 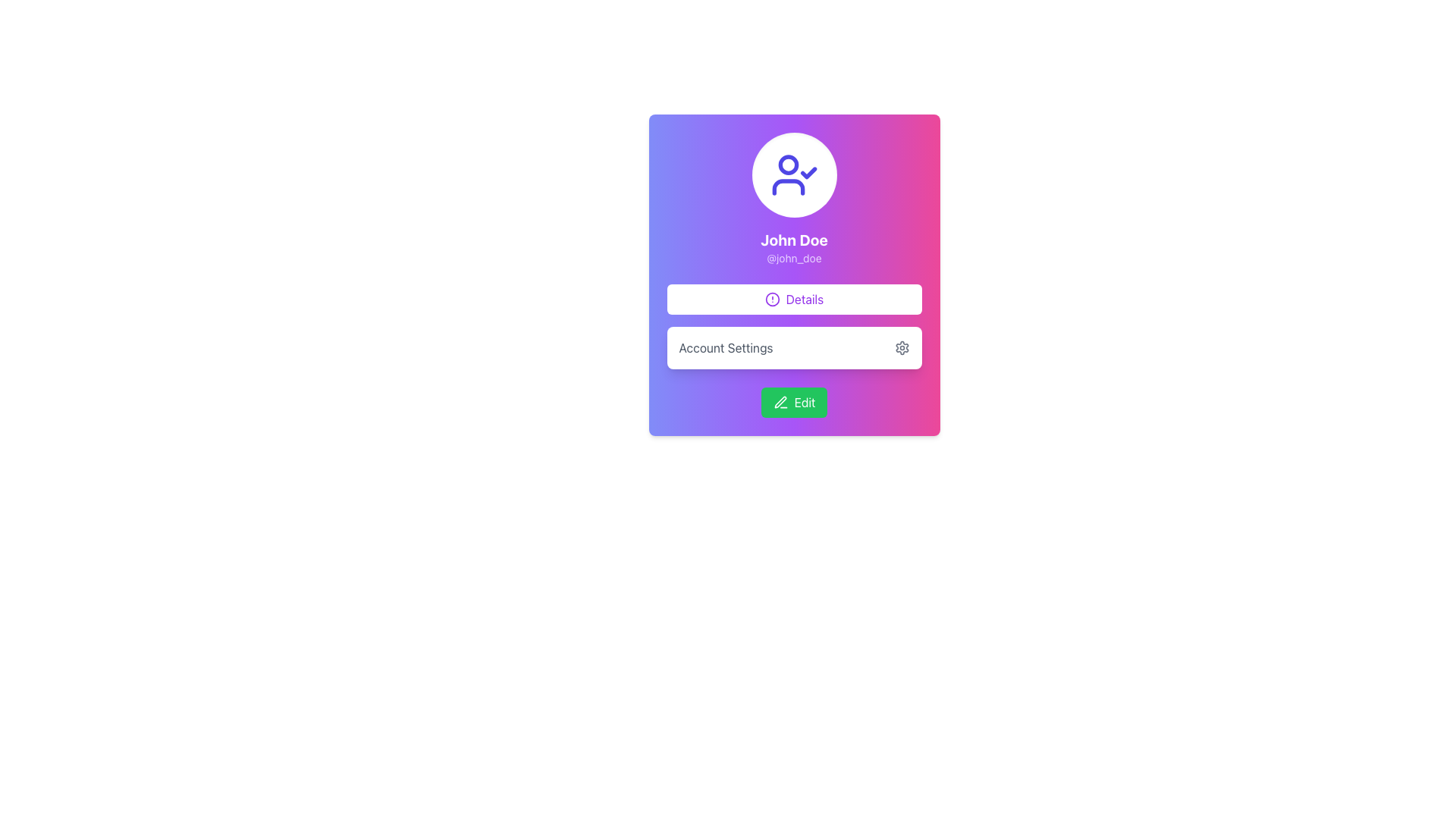 What do you see at coordinates (793, 402) in the screenshot?
I see `the green 'Edit' button with a pencil icon` at bounding box center [793, 402].